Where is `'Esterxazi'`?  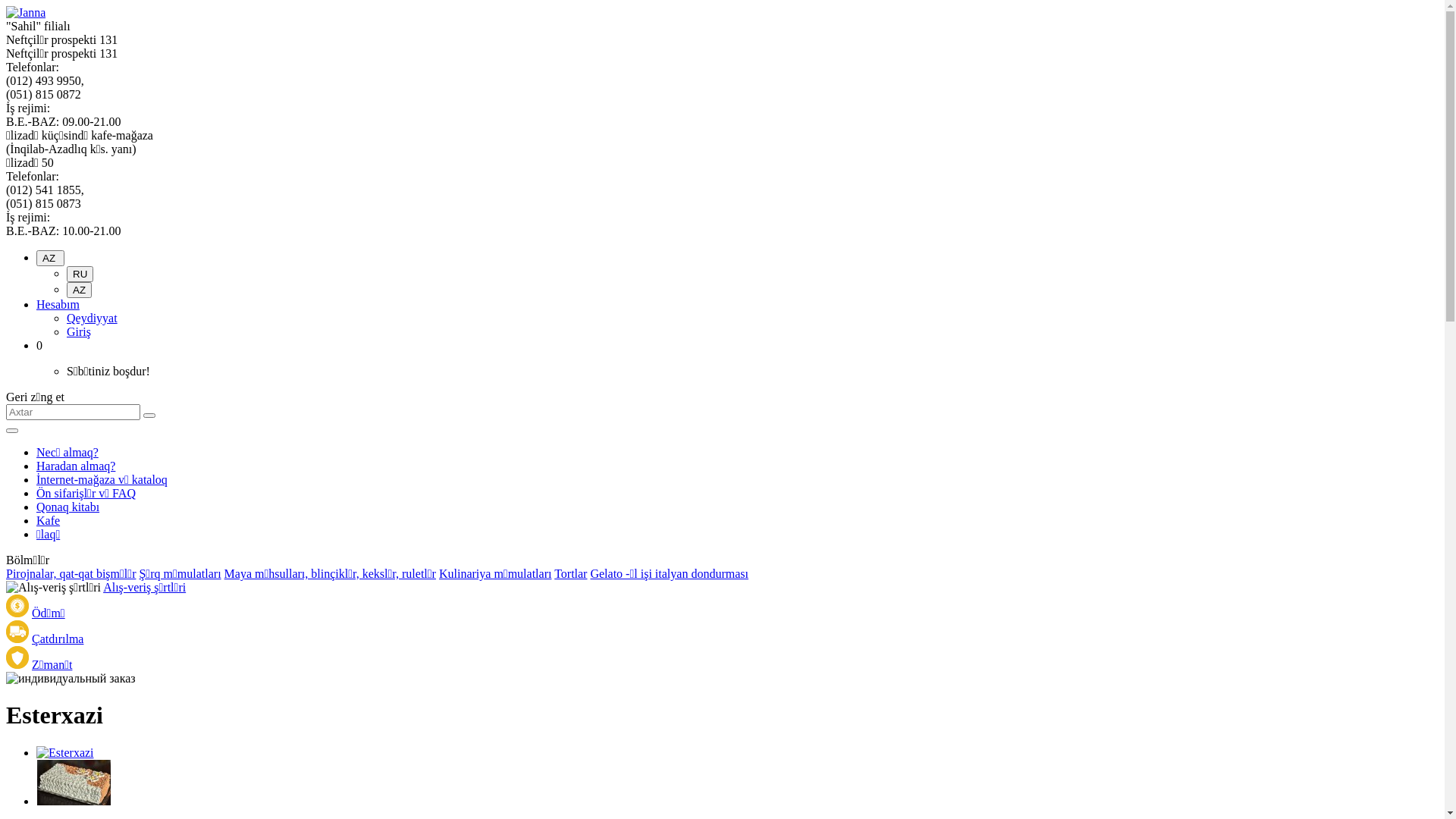
'Esterxazi' is located at coordinates (73, 800).